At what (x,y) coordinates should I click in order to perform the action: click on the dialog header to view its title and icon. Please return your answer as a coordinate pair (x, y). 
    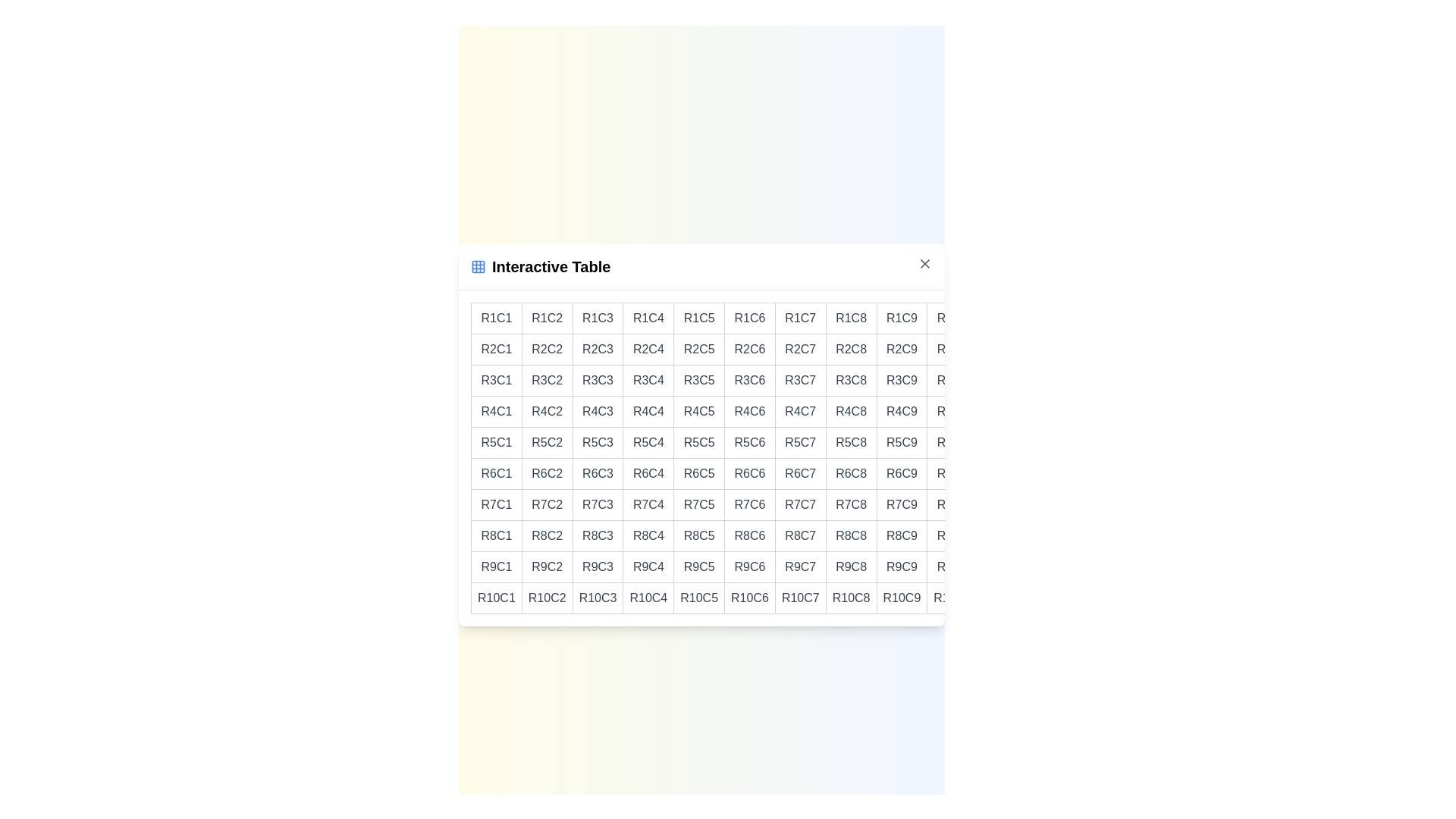
    Looking at the image, I should click on (701, 266).